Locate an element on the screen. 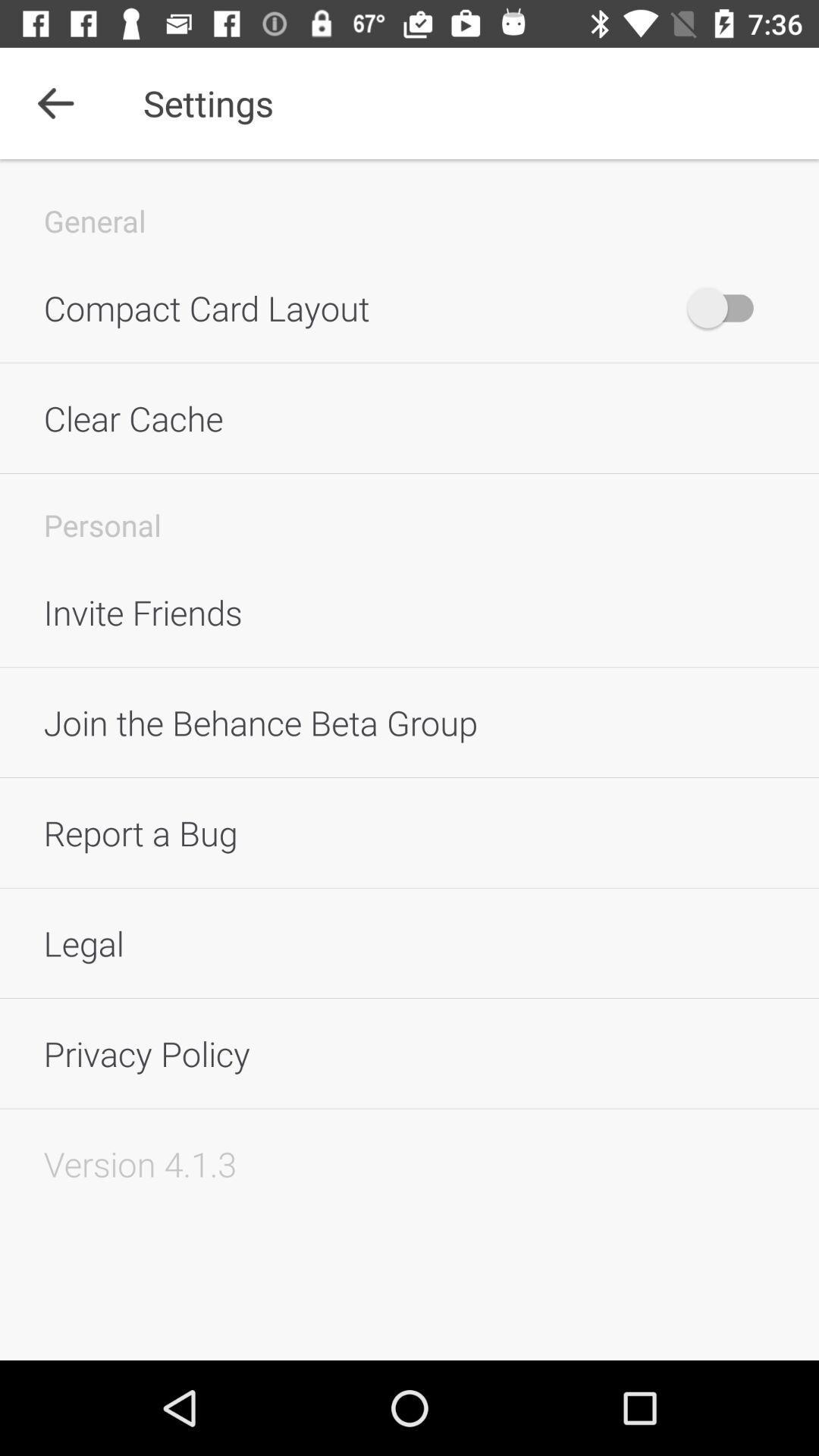 This screenshot has width=819, height=1456. the icon below the personal icon is located at coordinates (409, 612).